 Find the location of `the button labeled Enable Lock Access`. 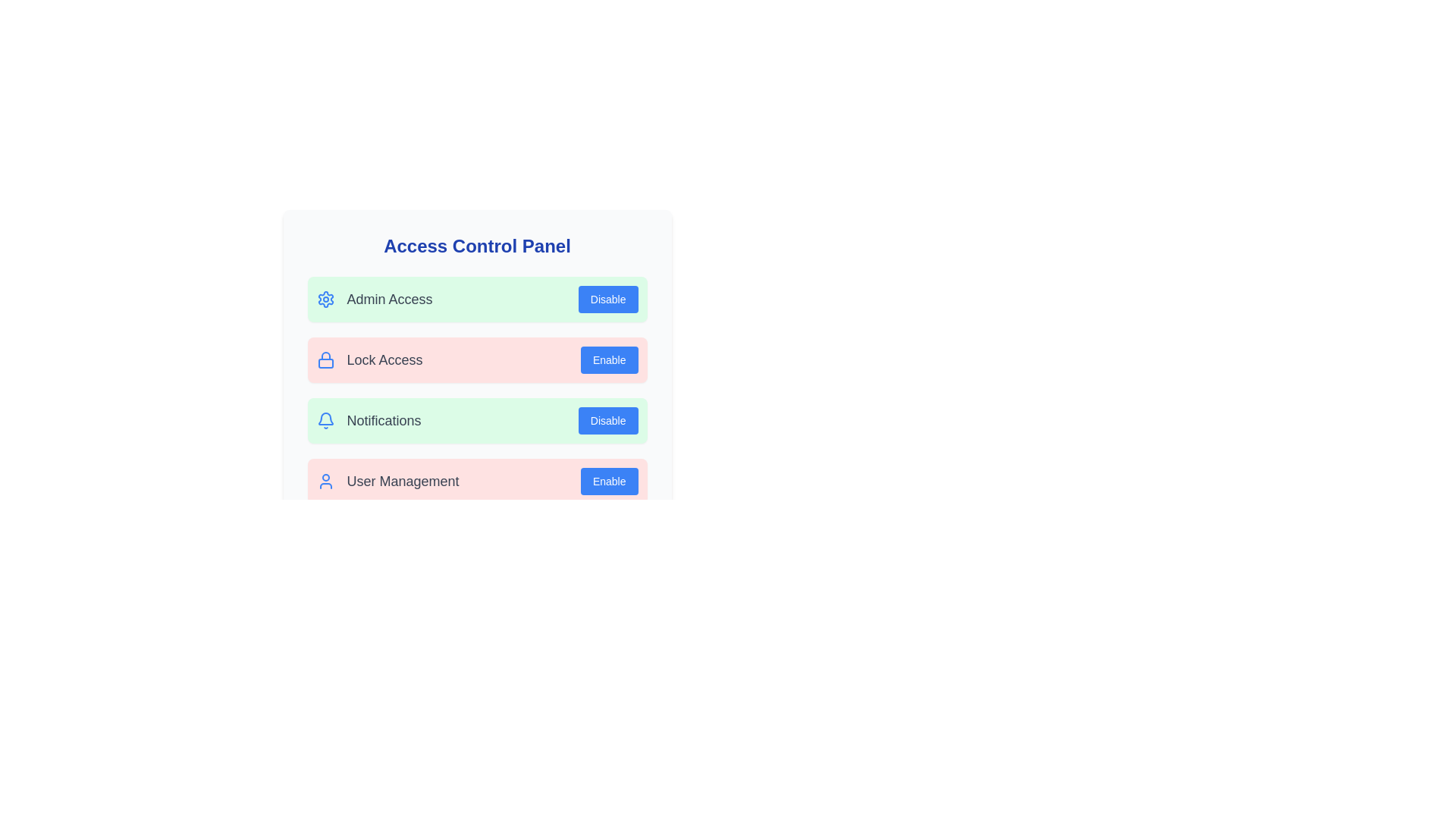

the button labeled Enable Lock Access is located at coordinates (608, 359).